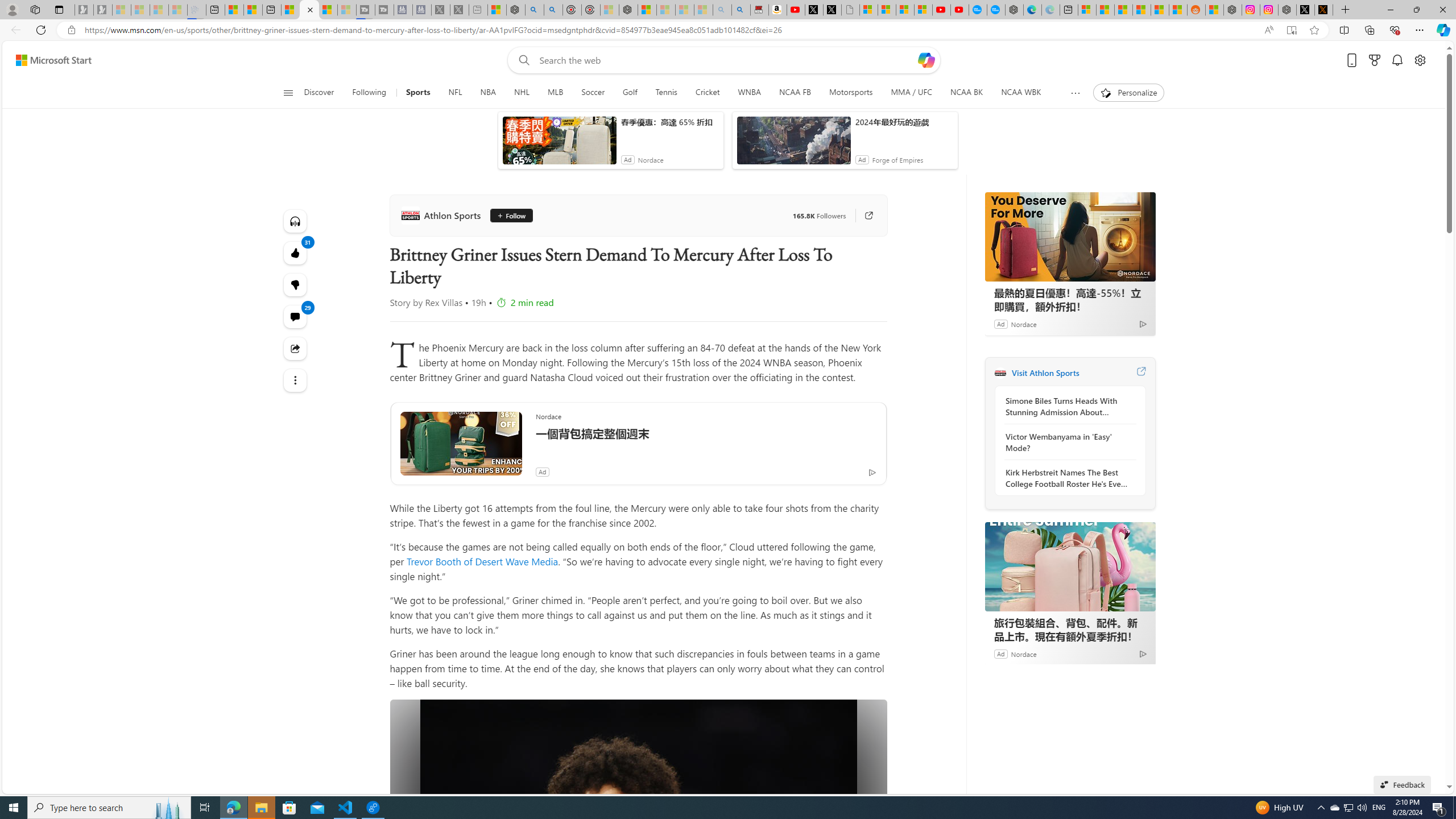 The image size is (1456, 819). I want to click on 'Restore', so click(1416, 9).